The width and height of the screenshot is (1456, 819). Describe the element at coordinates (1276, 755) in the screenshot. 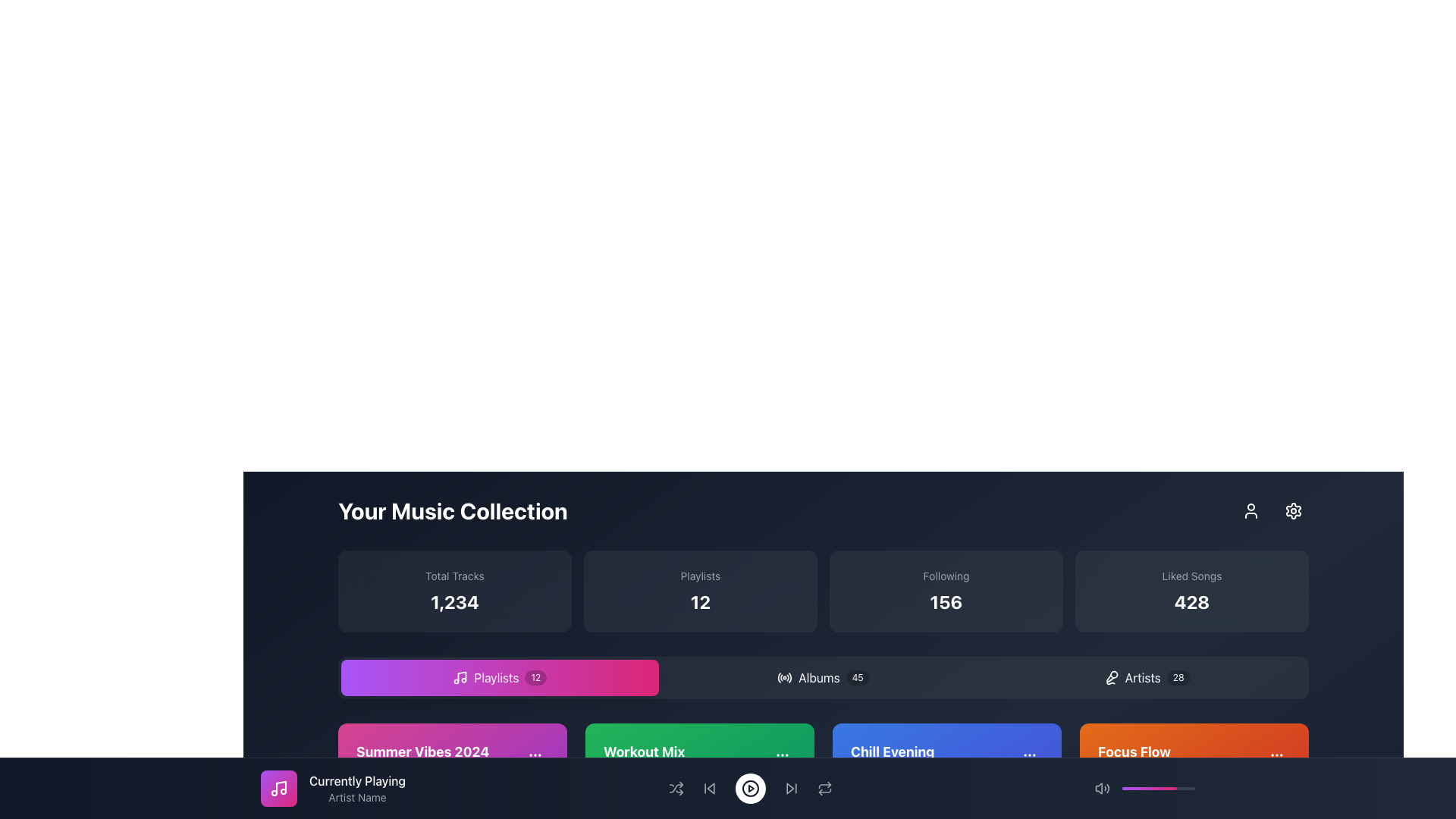

I see `the central dot of the ellipsis icon` at that location.